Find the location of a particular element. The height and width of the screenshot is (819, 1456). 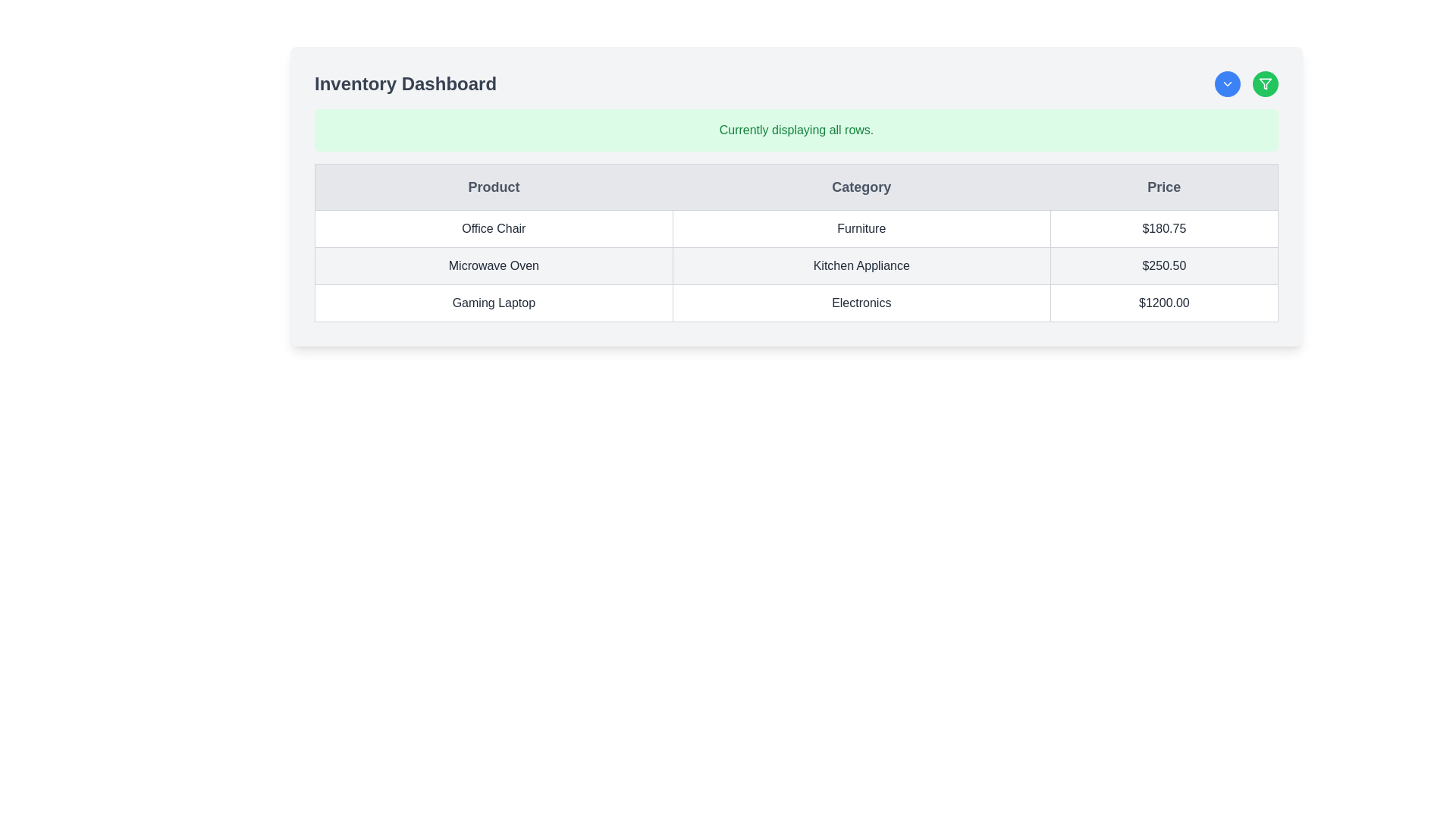

text displayed in the 'Microwave Oven' label, which is a standard sans-serif font text label located in the second row of the 'Product' column is located at coordinates (494, 265).